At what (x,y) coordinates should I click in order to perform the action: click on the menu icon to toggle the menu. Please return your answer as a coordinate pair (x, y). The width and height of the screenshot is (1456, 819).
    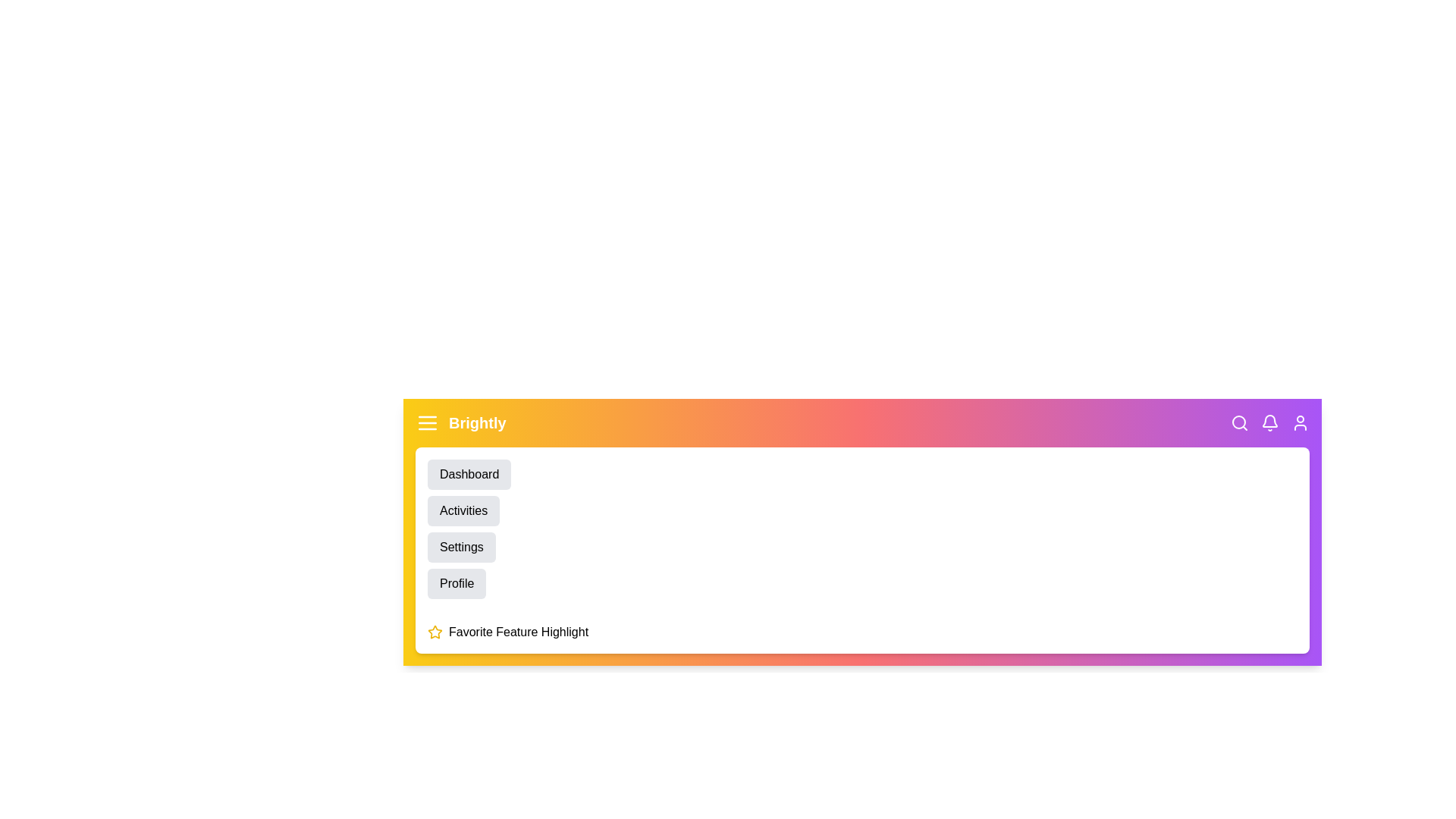
    Looking at the image, I should click on (427, 423).